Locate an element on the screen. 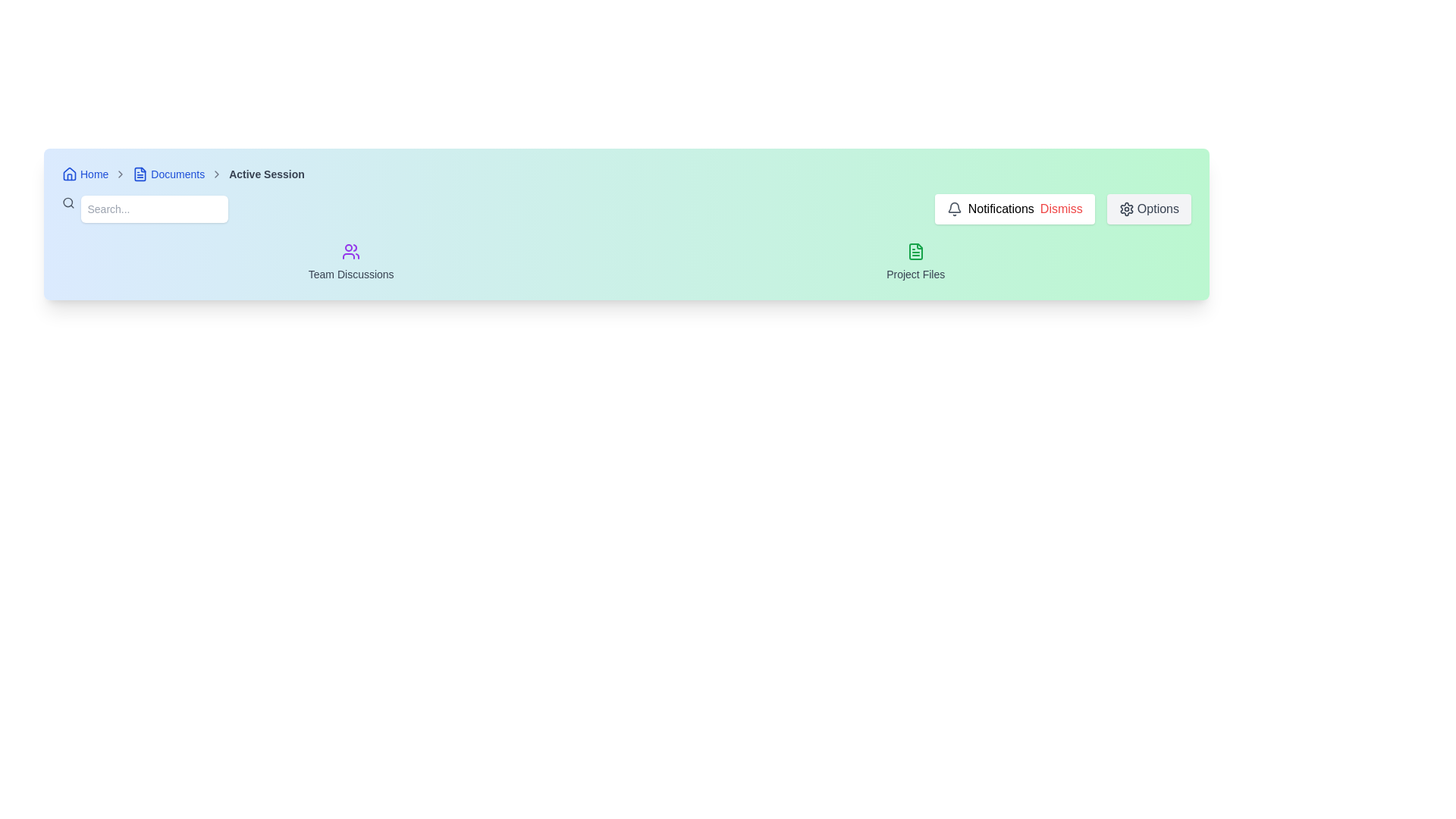 This screenshot has width=1456, height=819. the 'Documents' hyperlink within the breadcrumb navigation is located at coordinates (168, 174).